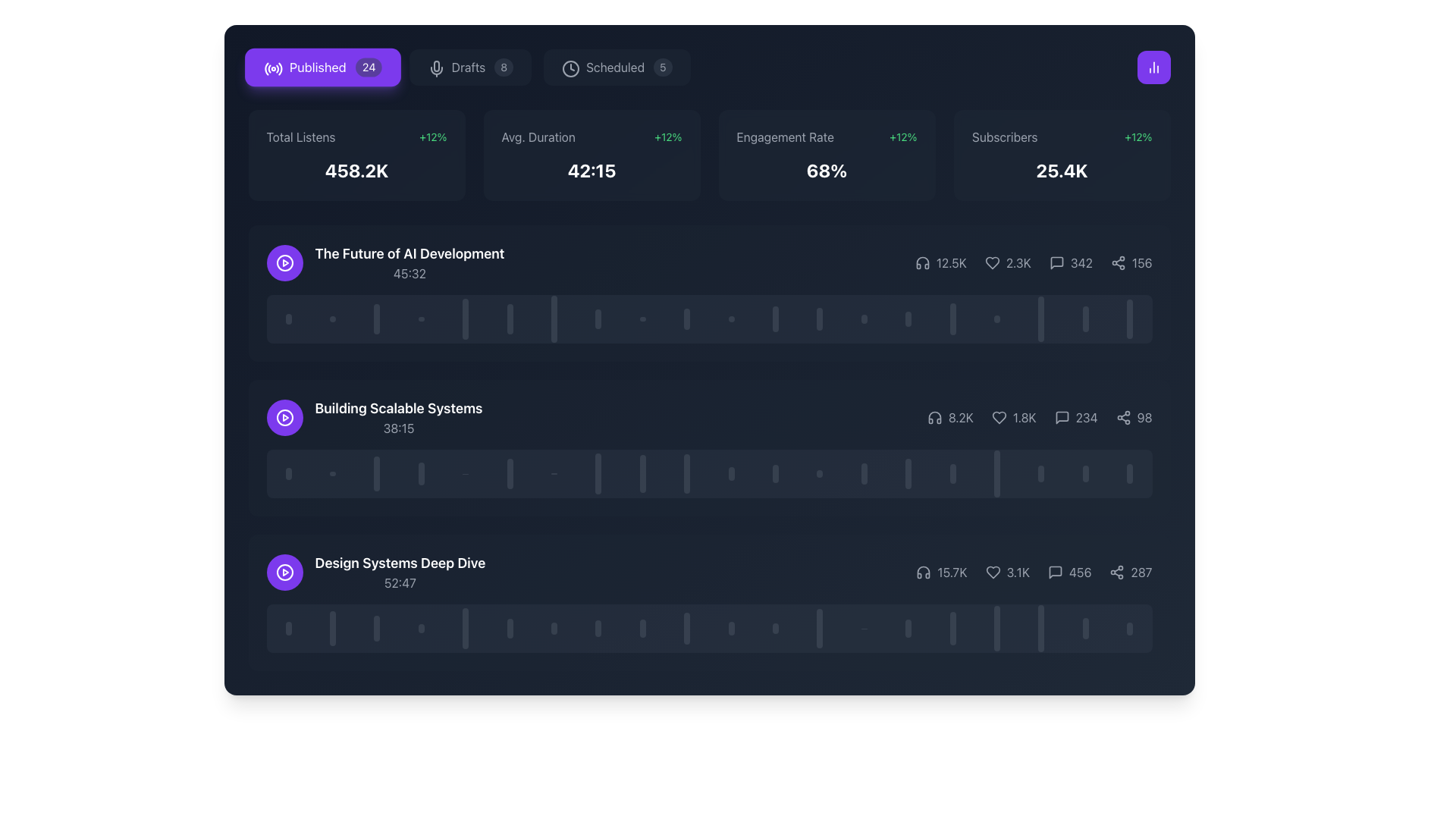 Image resolution: width=1456 pixels, height=819 pixels. What do you see at coordinates (598, 472) in the screenshot?
I see `the 8th vertical progress indicator bar in the 'Building Scalable Systems' row, which has a dark gray color and a translucent style` at bounding box center [598, 472].